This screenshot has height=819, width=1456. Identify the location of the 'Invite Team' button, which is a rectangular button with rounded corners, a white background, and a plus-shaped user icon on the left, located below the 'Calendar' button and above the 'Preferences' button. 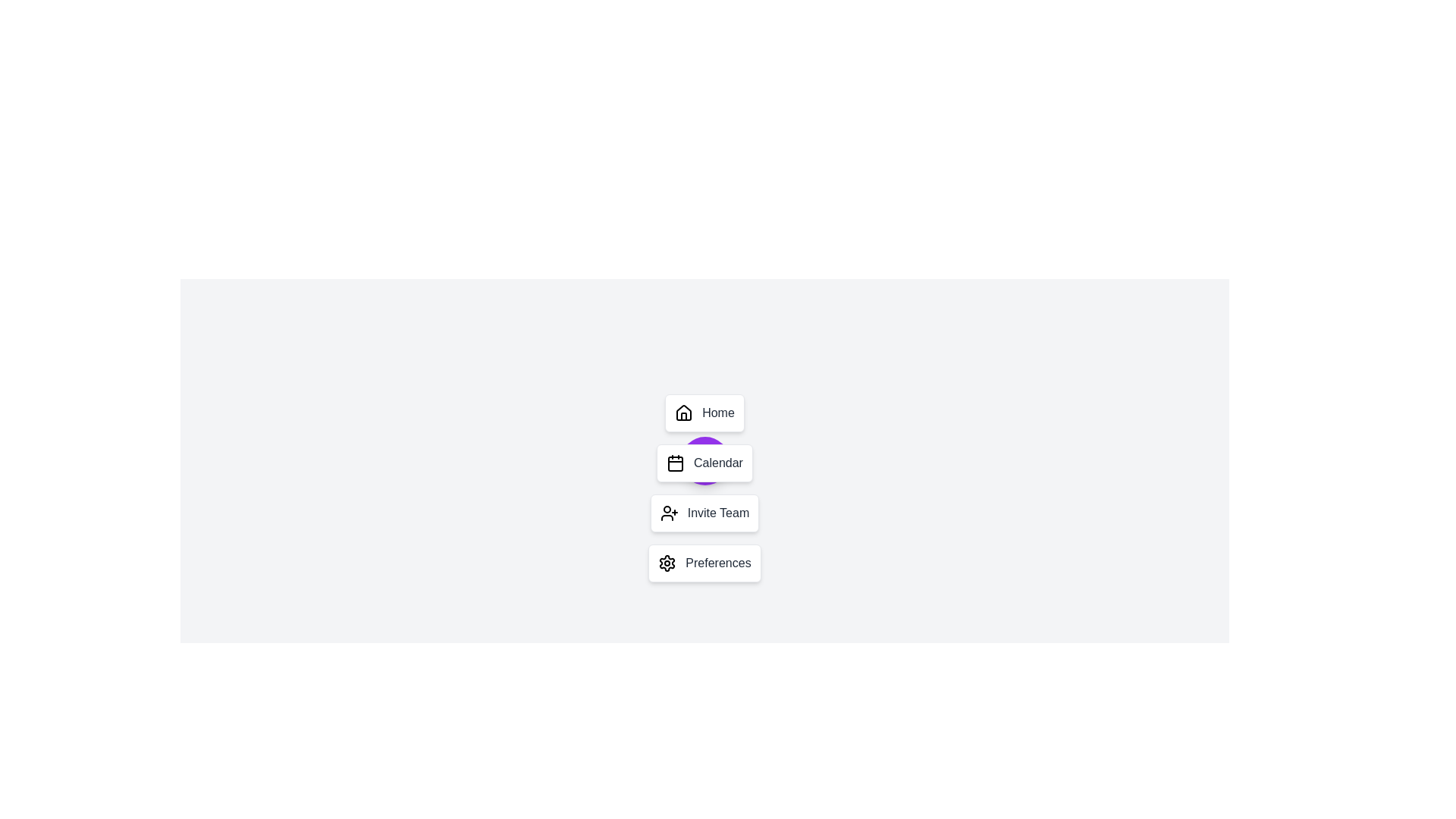
(704, 513).